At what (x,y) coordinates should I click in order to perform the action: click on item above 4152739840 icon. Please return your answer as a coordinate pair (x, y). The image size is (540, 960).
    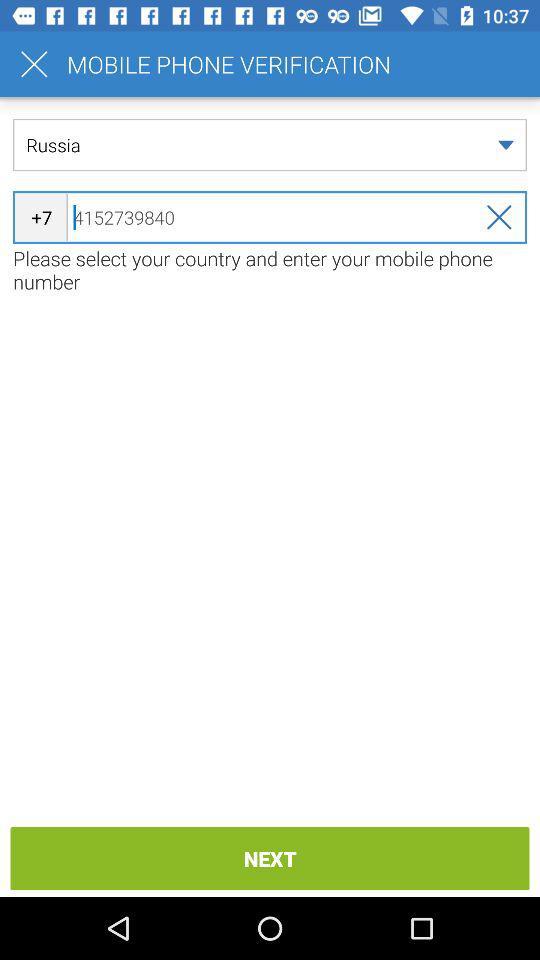
    Looking at the image, I should click on (270, 144).